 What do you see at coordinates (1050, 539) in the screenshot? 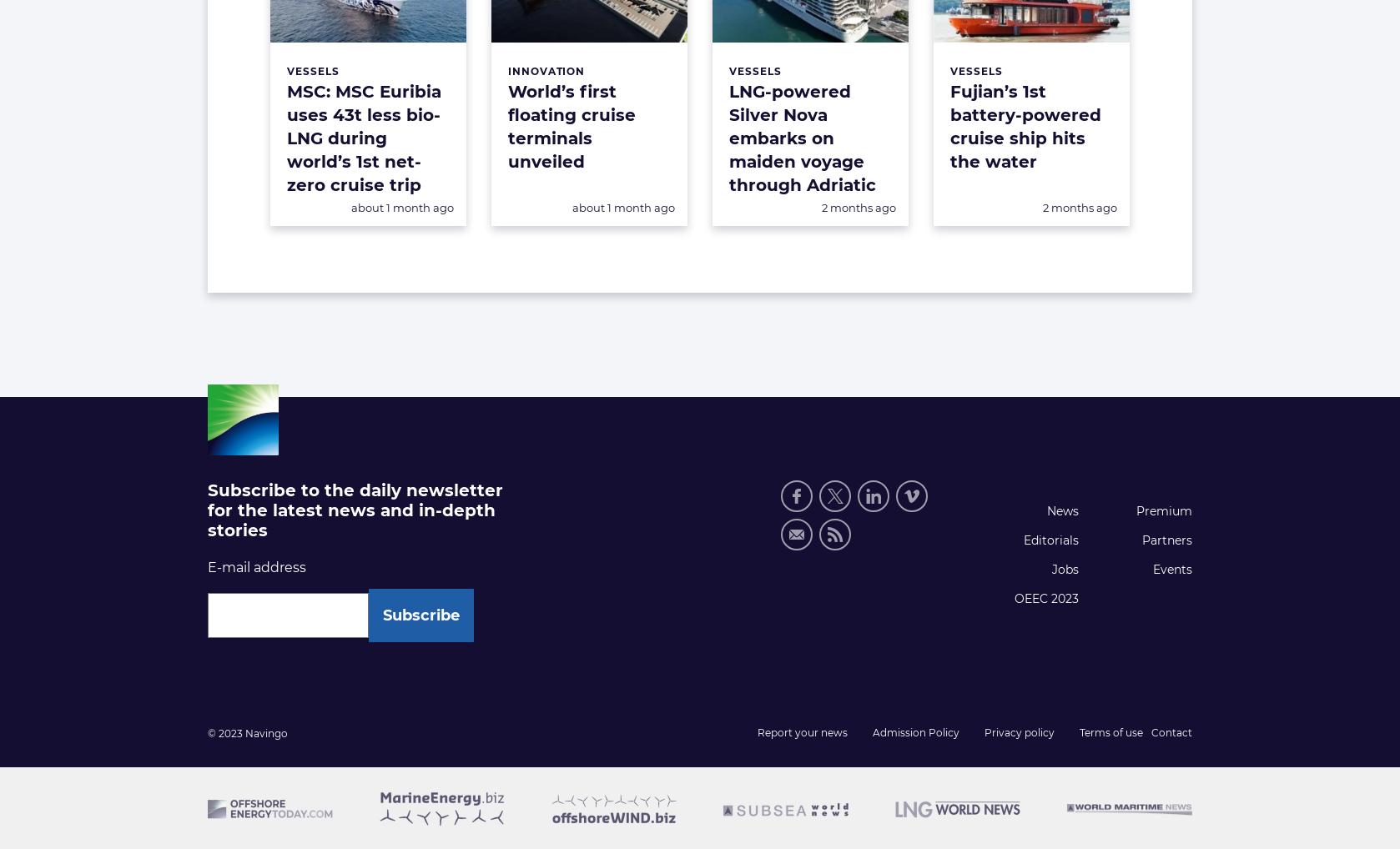
I see `'Editorials'` at bounding box center [1050, 539].